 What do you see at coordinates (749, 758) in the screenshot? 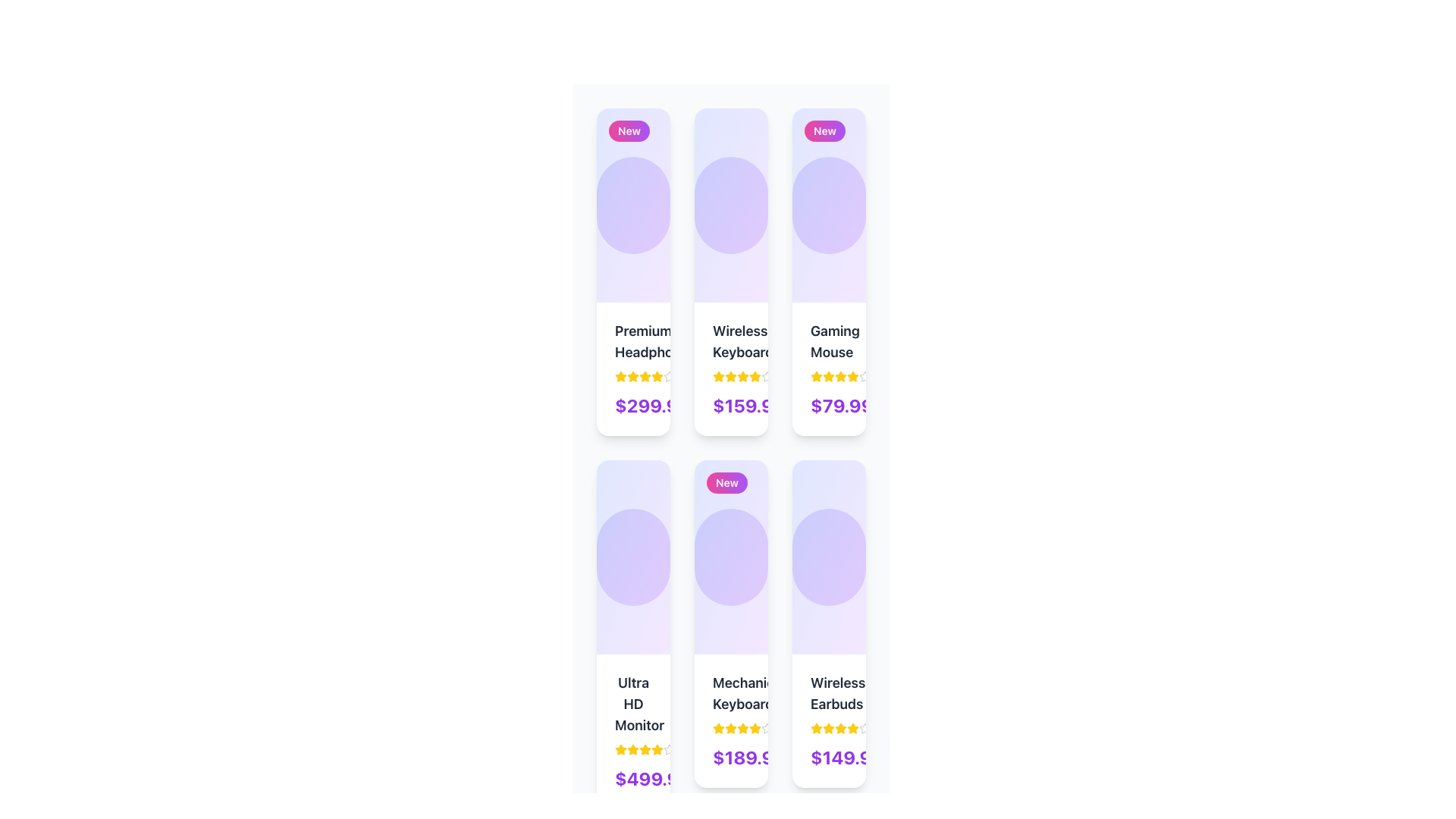
I see `the text label displaying '$189.99' in bold purple font at the bottom of the Mechanical Keyboard card in the product grid layout` at bounding box center [749, 758].